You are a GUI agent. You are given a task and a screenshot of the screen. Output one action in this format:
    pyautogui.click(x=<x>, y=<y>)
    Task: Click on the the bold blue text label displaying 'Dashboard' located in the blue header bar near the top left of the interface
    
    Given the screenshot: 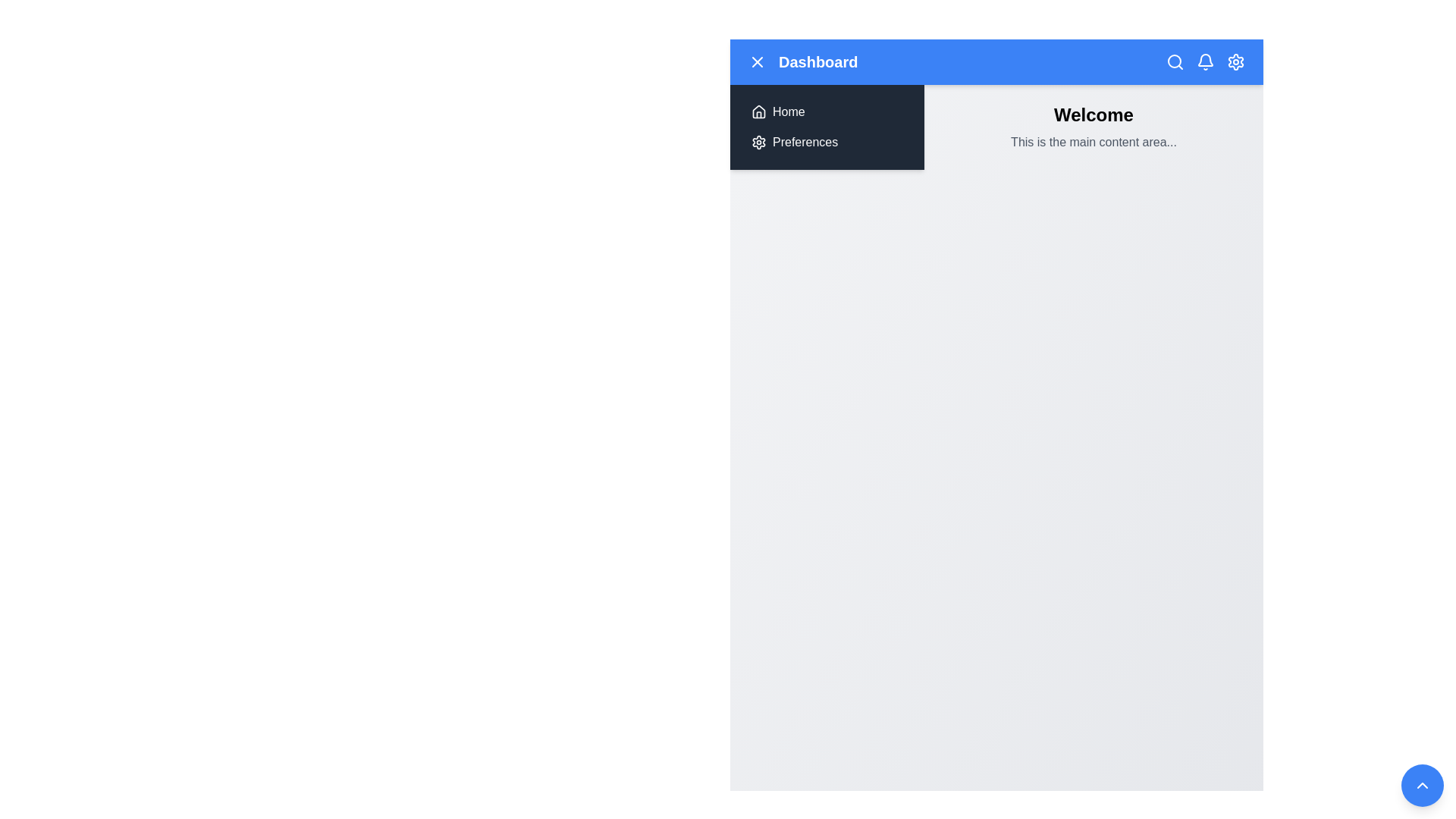 What is the action you would take?
    pyautogui.click(x=817, y=61)
    